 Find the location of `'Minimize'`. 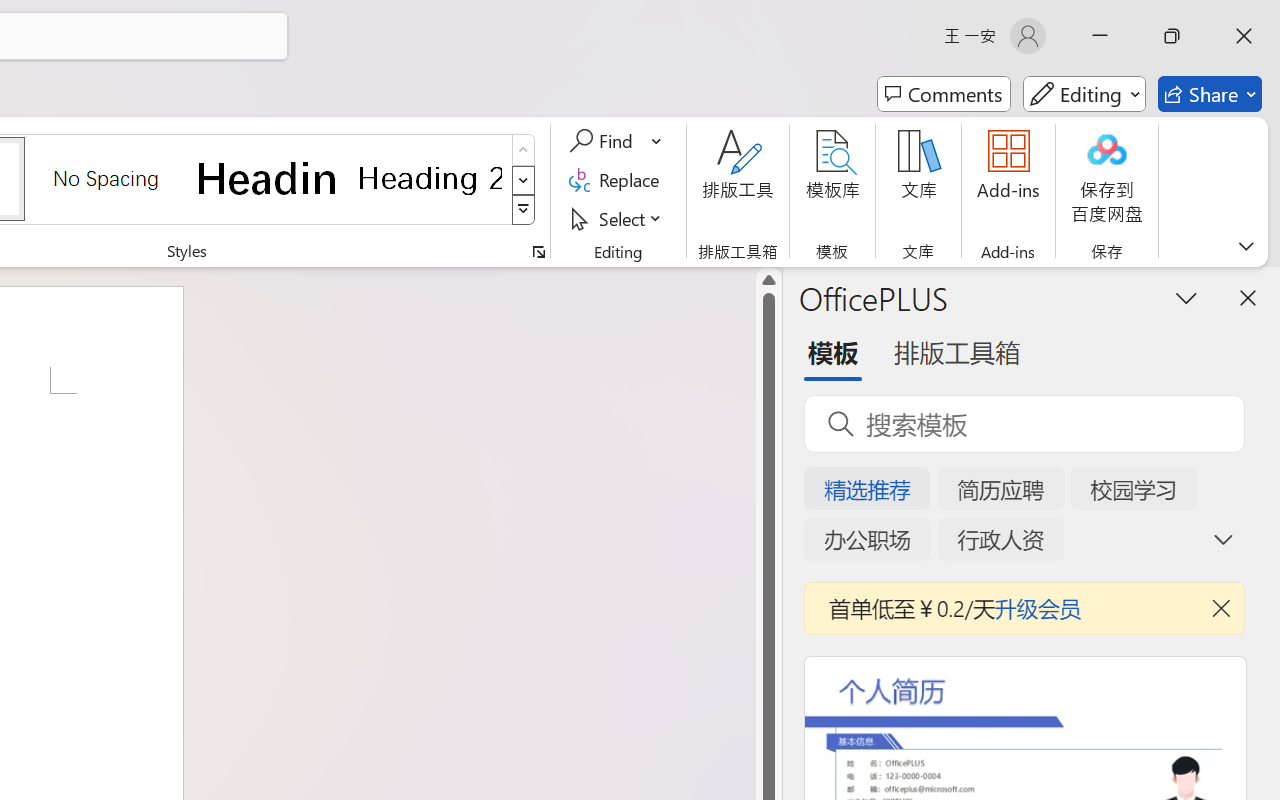

'Minimize' is located at coordinates (1099, 35).